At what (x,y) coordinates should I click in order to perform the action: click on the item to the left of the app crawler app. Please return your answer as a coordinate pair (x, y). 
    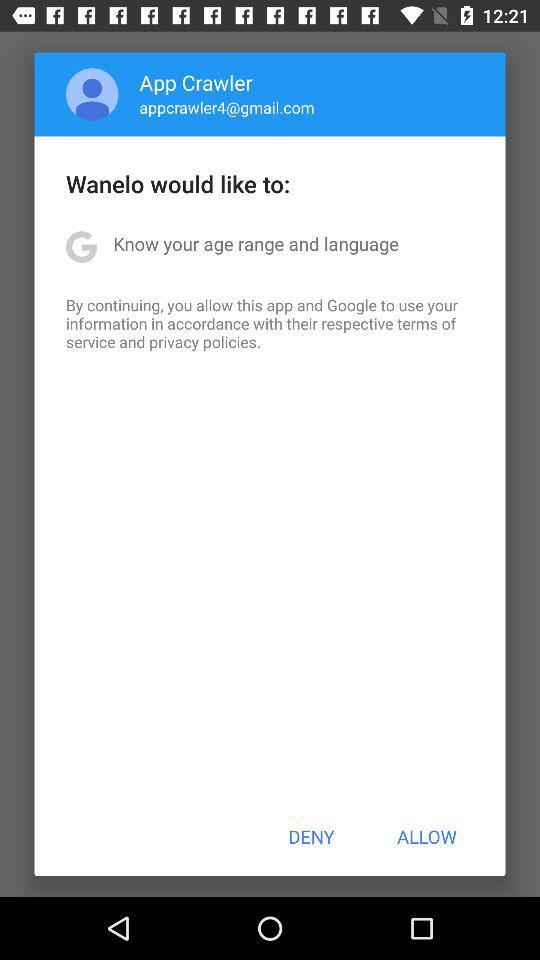
    Looking at the image, I should click on (91, 94).